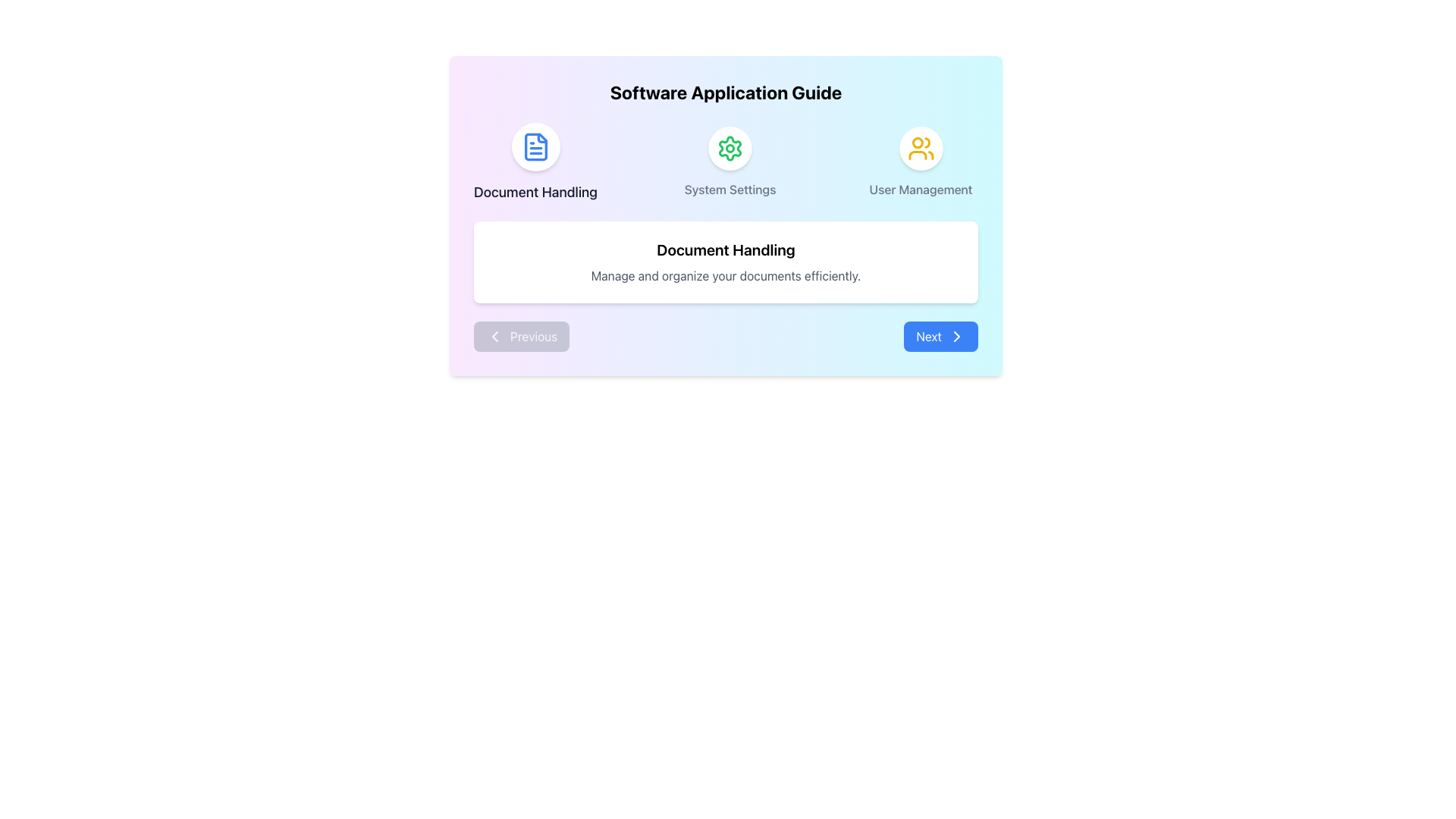 The width and height of the screenshot is (1456, 819). I want to click on the circular Icon Button with a white background and a golden-yellow icon of stylized users, located in the User Management section at the top-right corner of the interface, so click(920, 149).